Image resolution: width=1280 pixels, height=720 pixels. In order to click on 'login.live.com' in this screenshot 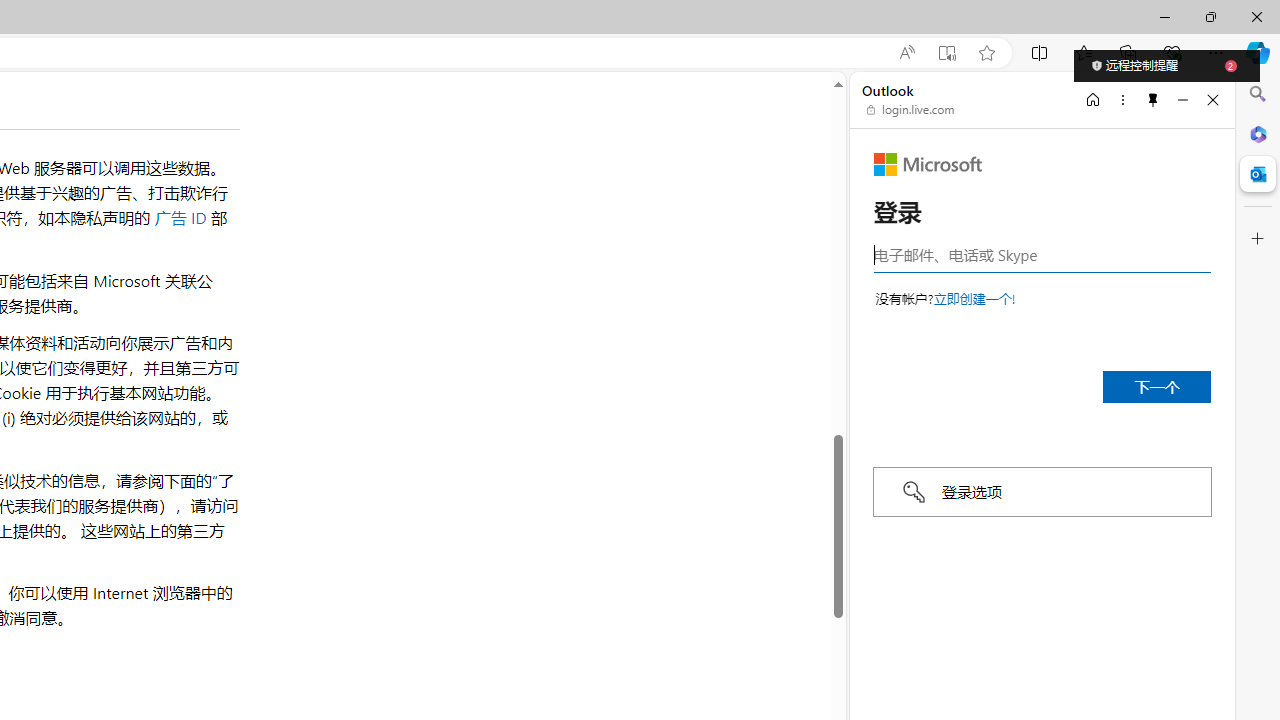, I will do `click(910, 110)`.